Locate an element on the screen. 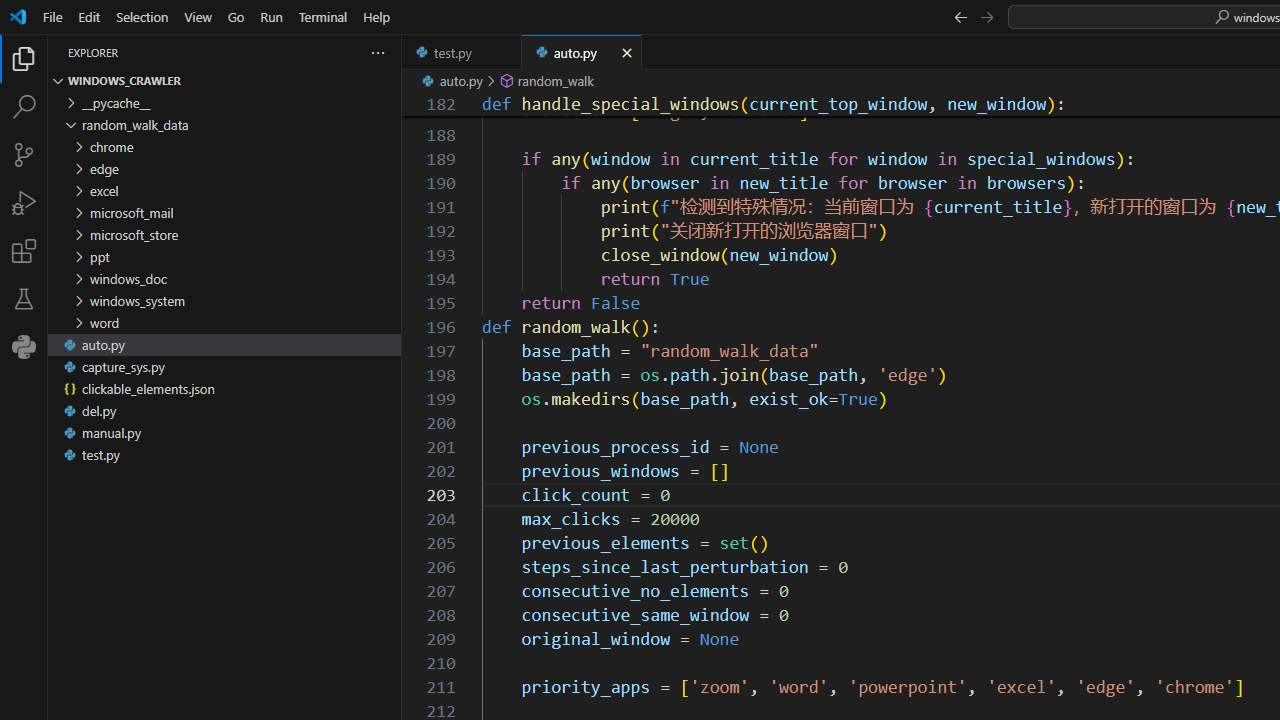  'Explorer Section: windows_crawler' is located at coordinates (224, 80).